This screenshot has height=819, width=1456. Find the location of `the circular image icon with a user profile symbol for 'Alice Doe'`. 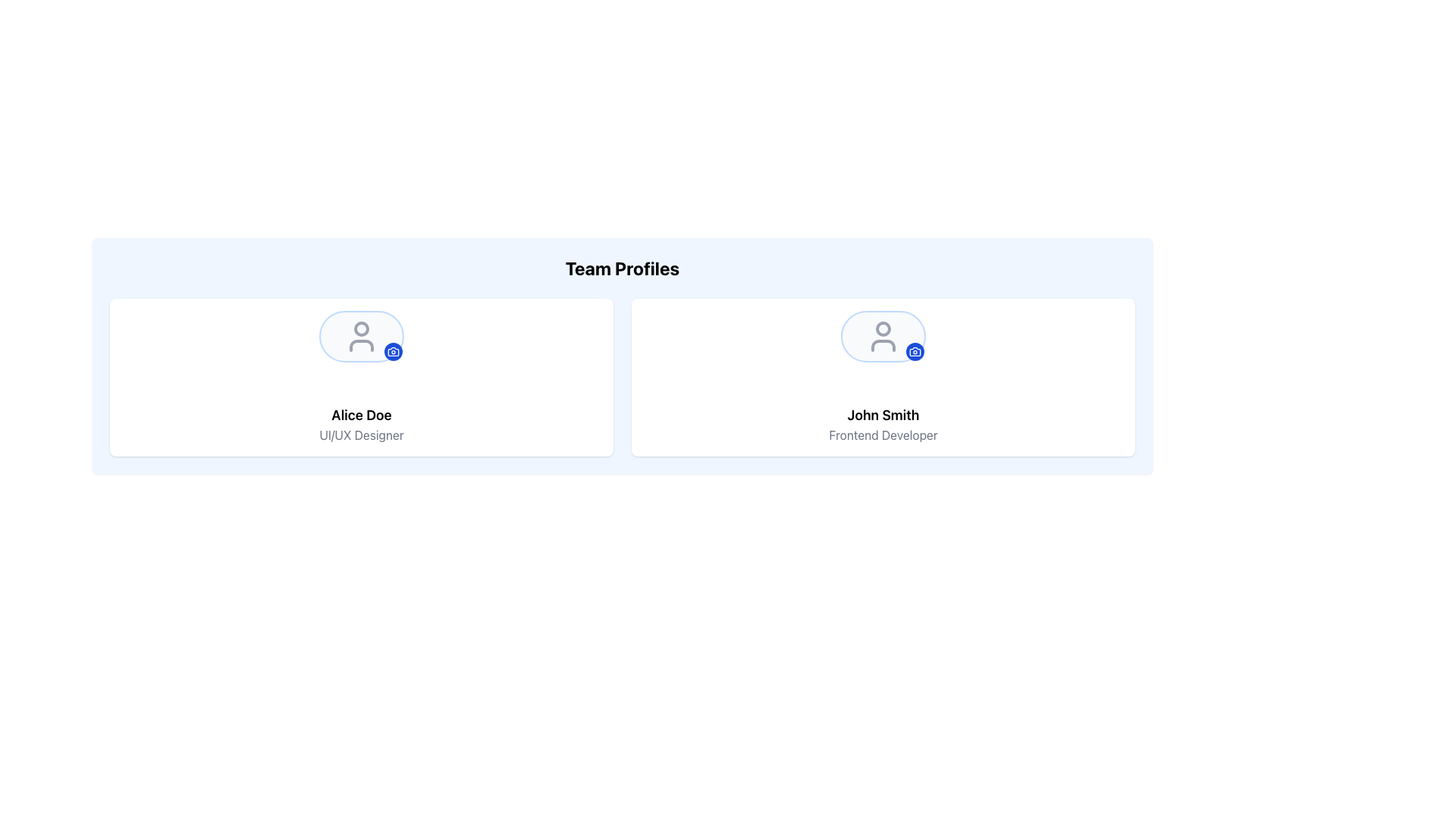

the circular image icon with a user profile symbol for 'Alice Doe' is located at coordinates (360, 353).